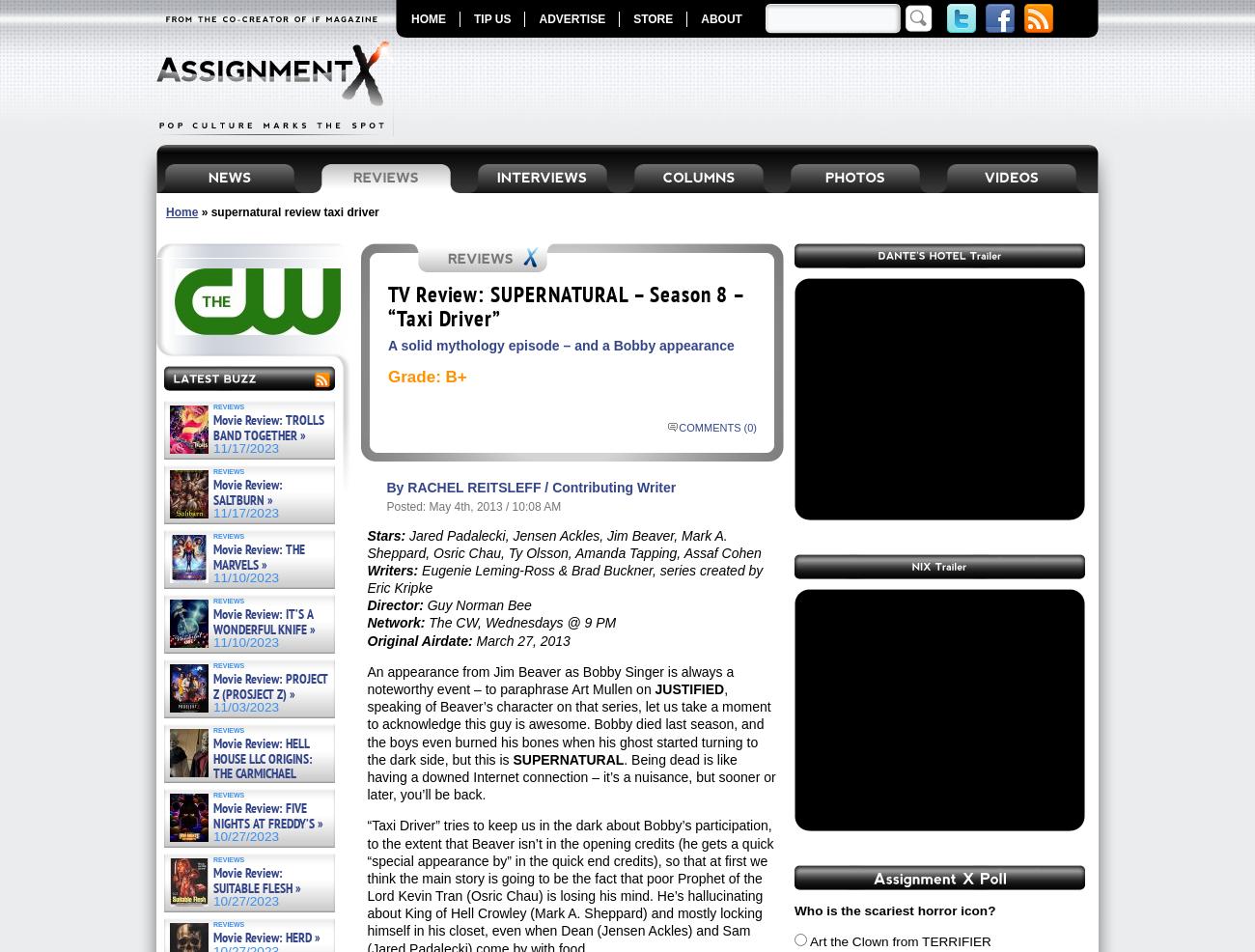 This screenshot has height=952, width=1255. I want to click on 'Home', so click(165, 210).